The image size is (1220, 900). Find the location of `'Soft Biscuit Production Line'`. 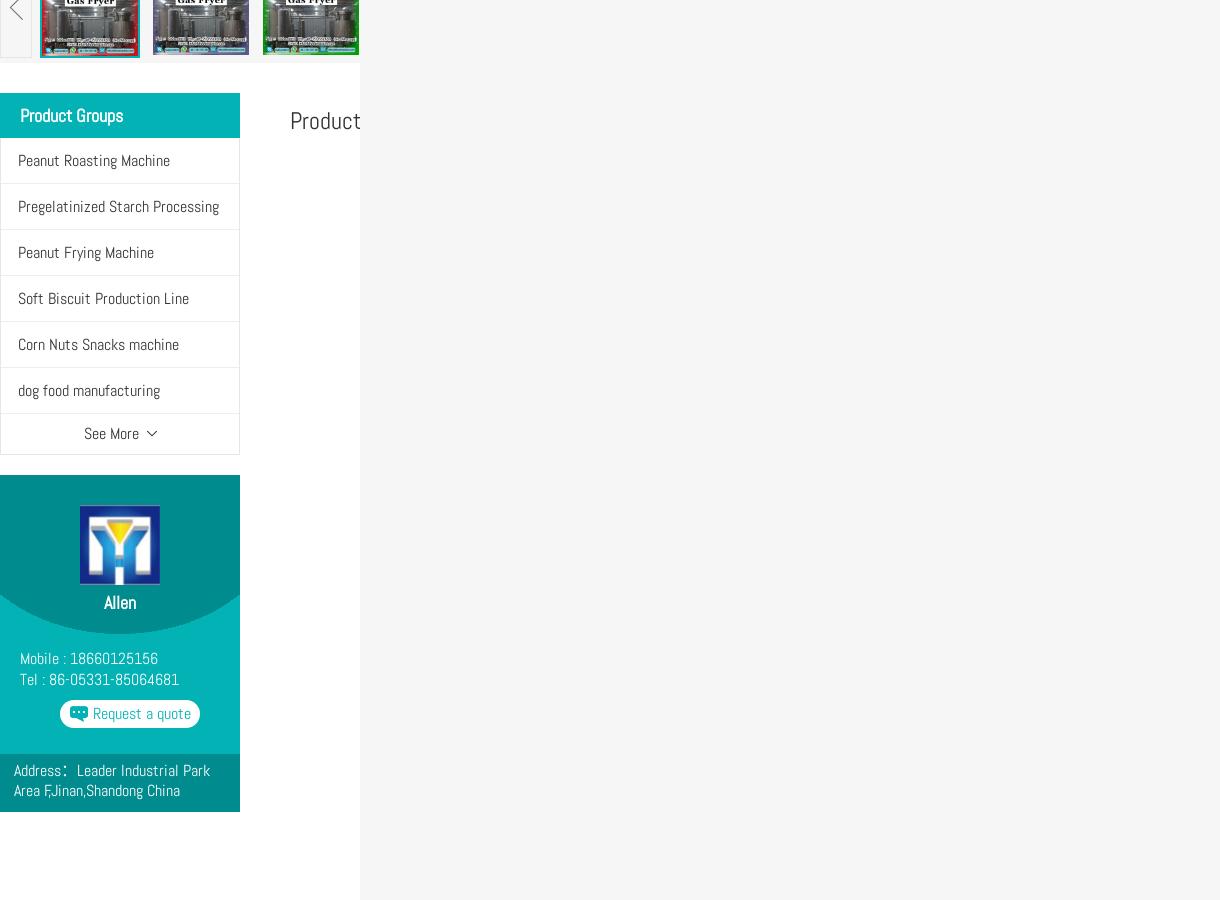

'Soft Biscuit Production Line' is located at coordinates (103, 297).